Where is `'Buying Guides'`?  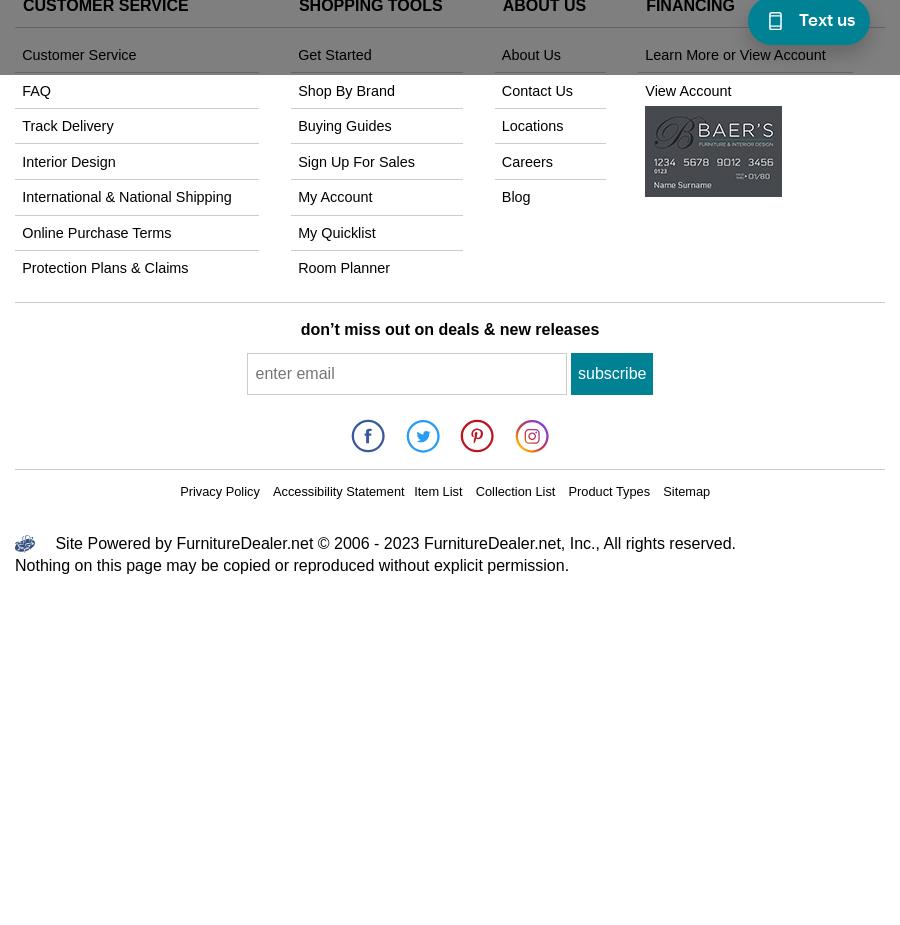
'Buying Guides' is located at coordinates (296, 124).